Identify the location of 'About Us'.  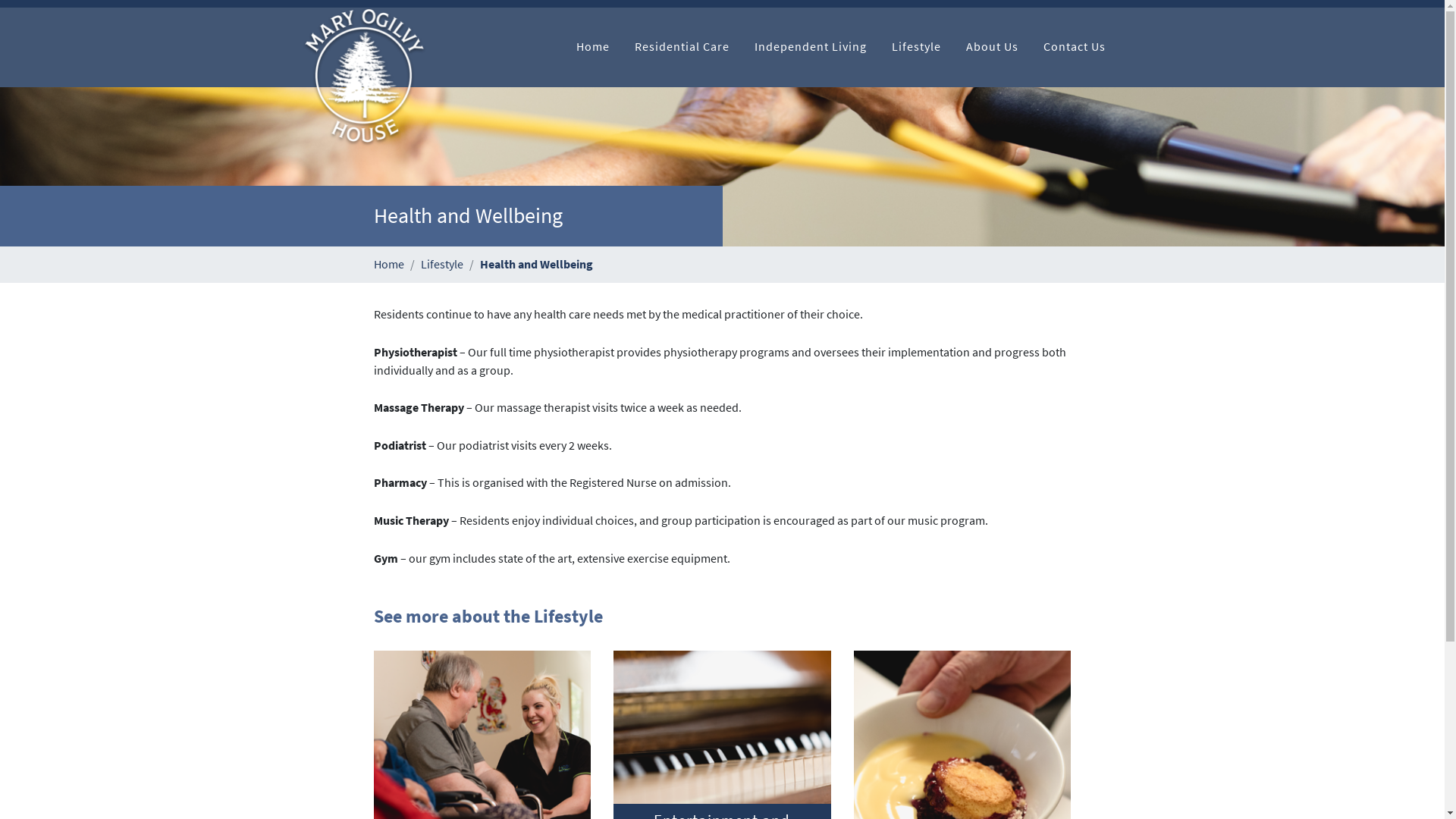
(952, 45).